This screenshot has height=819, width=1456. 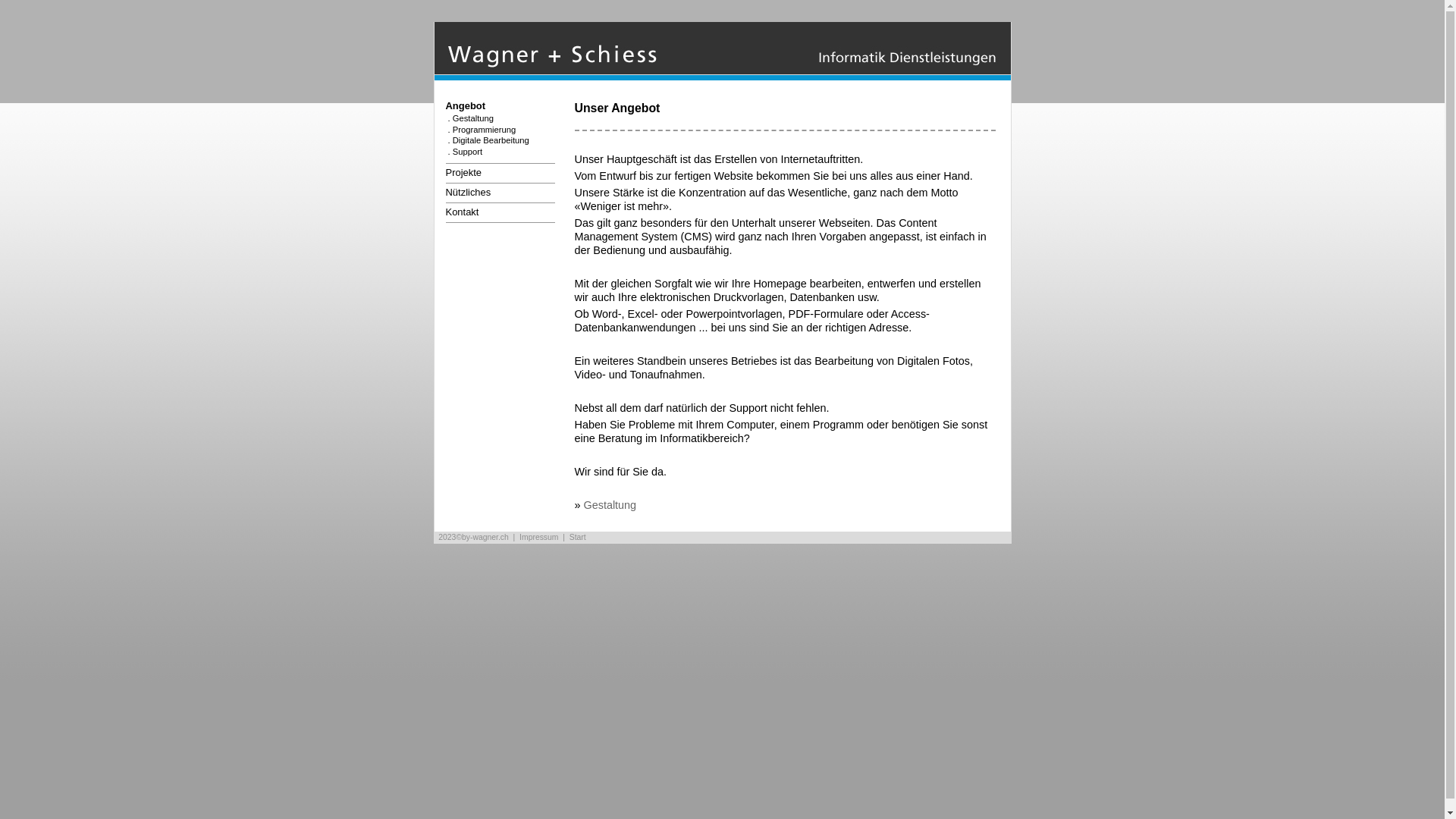 I want to click on 'Start', so click(x=568, y=536).